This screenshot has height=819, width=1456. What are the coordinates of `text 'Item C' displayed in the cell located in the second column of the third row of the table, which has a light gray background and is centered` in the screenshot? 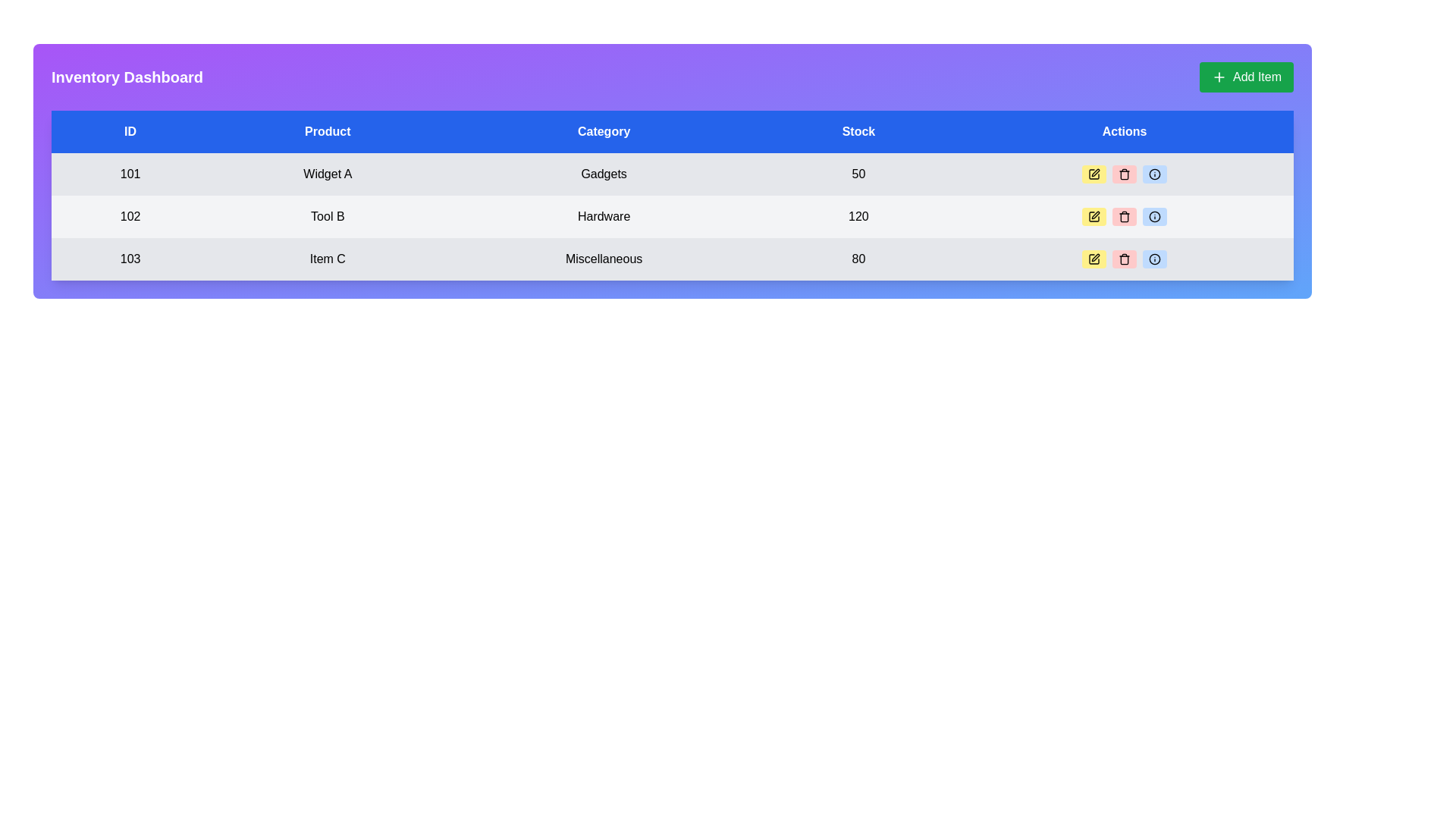 It's located at (327, 259).